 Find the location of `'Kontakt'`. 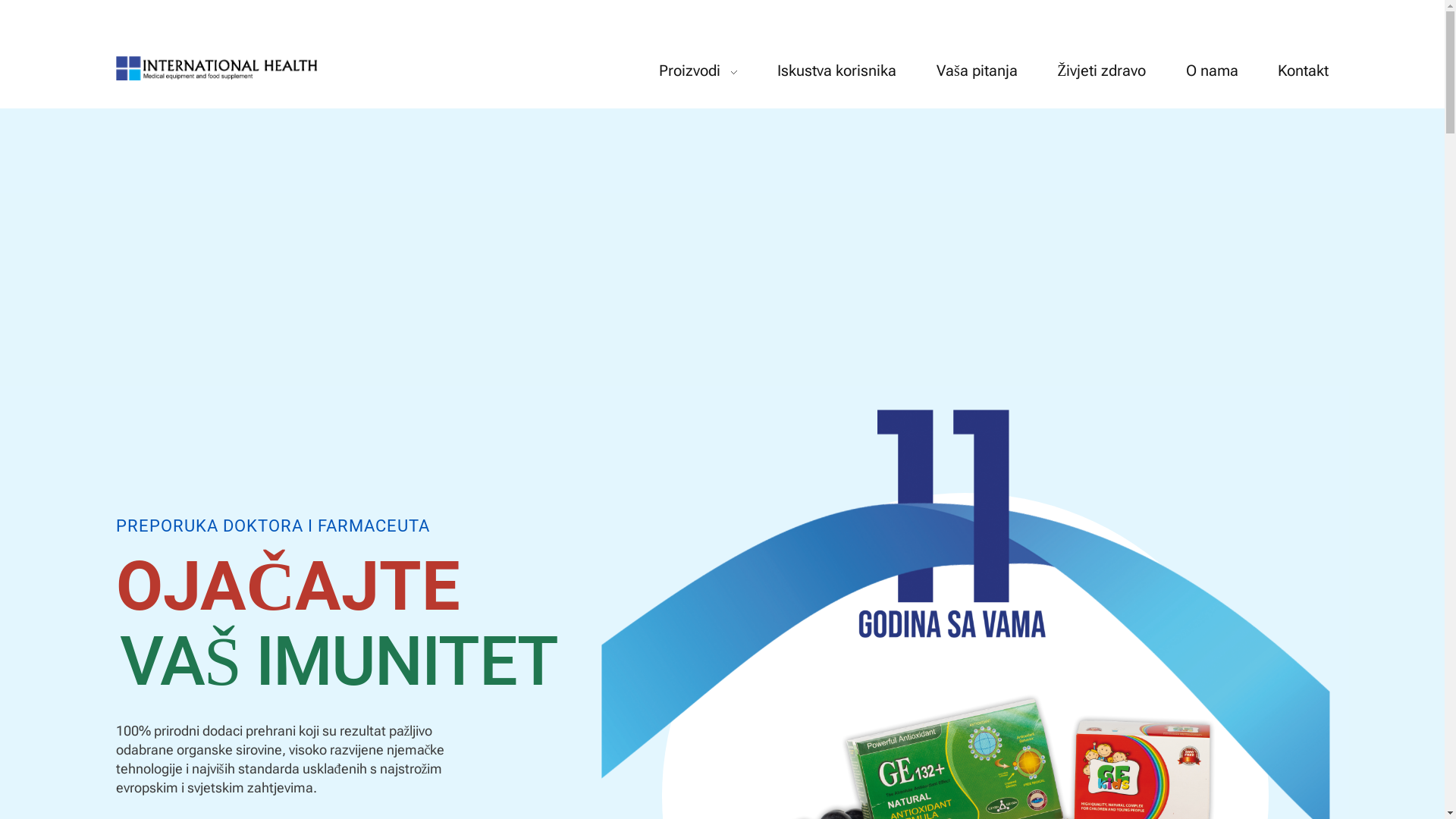

'Kontakt' is located at coordinates (1292, 70).